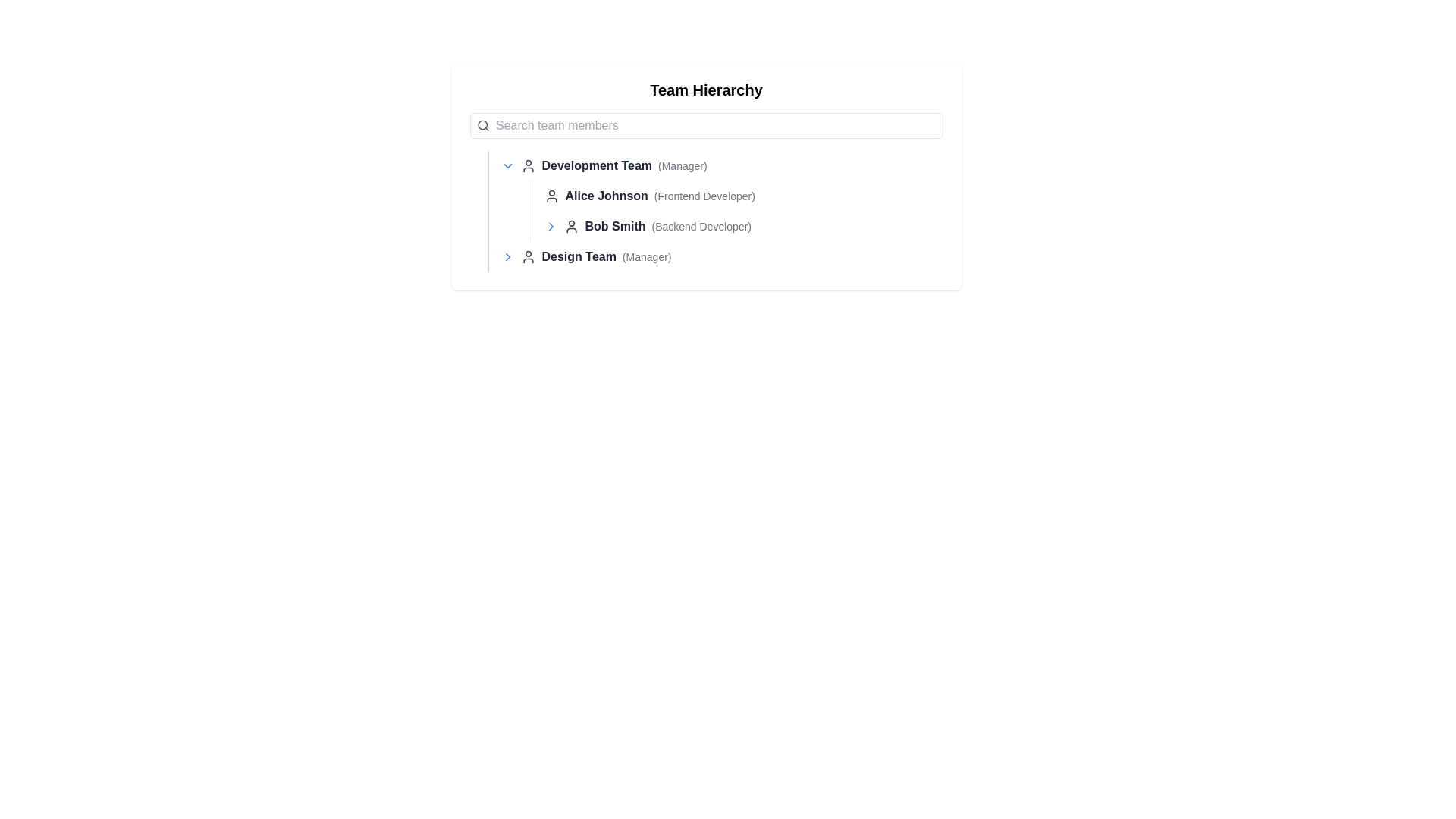 Image resolution: width=1456 pixels, height=819 pixels. What do you see at coordinates (570, 227) in the screenshot?
I see `the SVG icon representing the user associated with 'Bob Smith' (Backend Developer) located to the left of the text in the same row` at bounding box center [570, 227].